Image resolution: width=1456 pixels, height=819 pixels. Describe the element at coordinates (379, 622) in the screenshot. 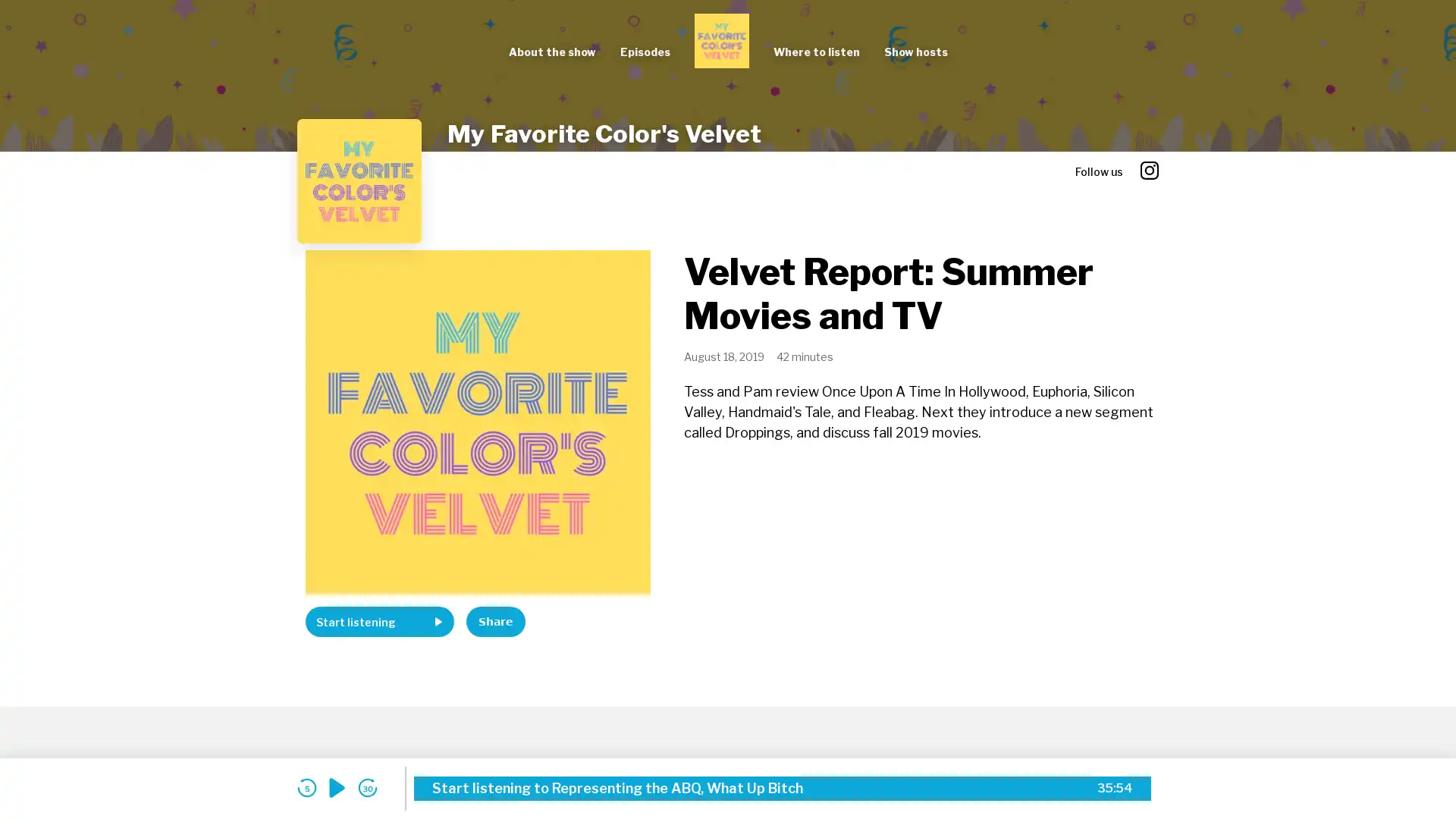

I see `Start listening` at that location.